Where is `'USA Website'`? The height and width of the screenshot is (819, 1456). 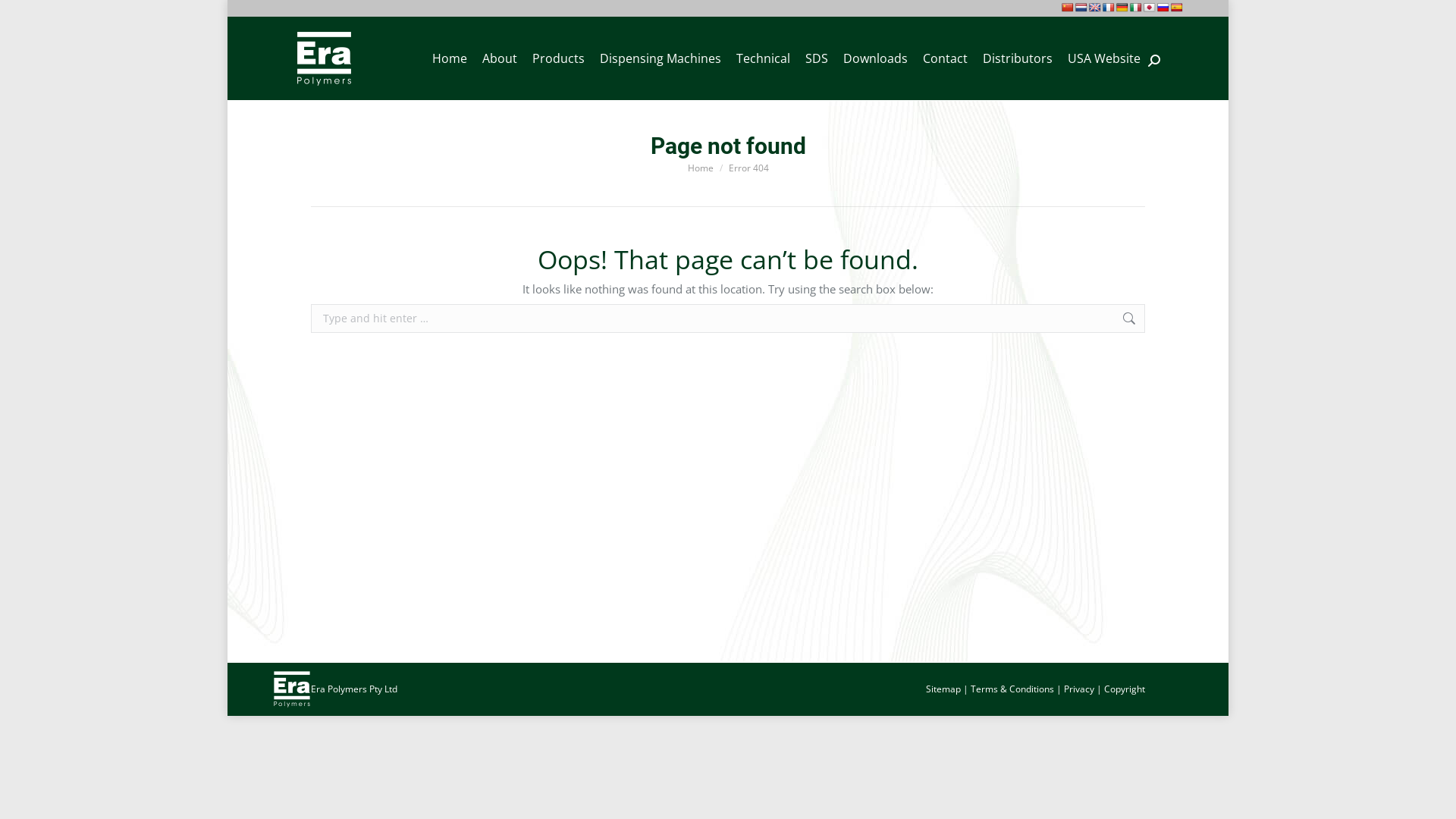
'USA Website' is located at coordinates (1103, 58).